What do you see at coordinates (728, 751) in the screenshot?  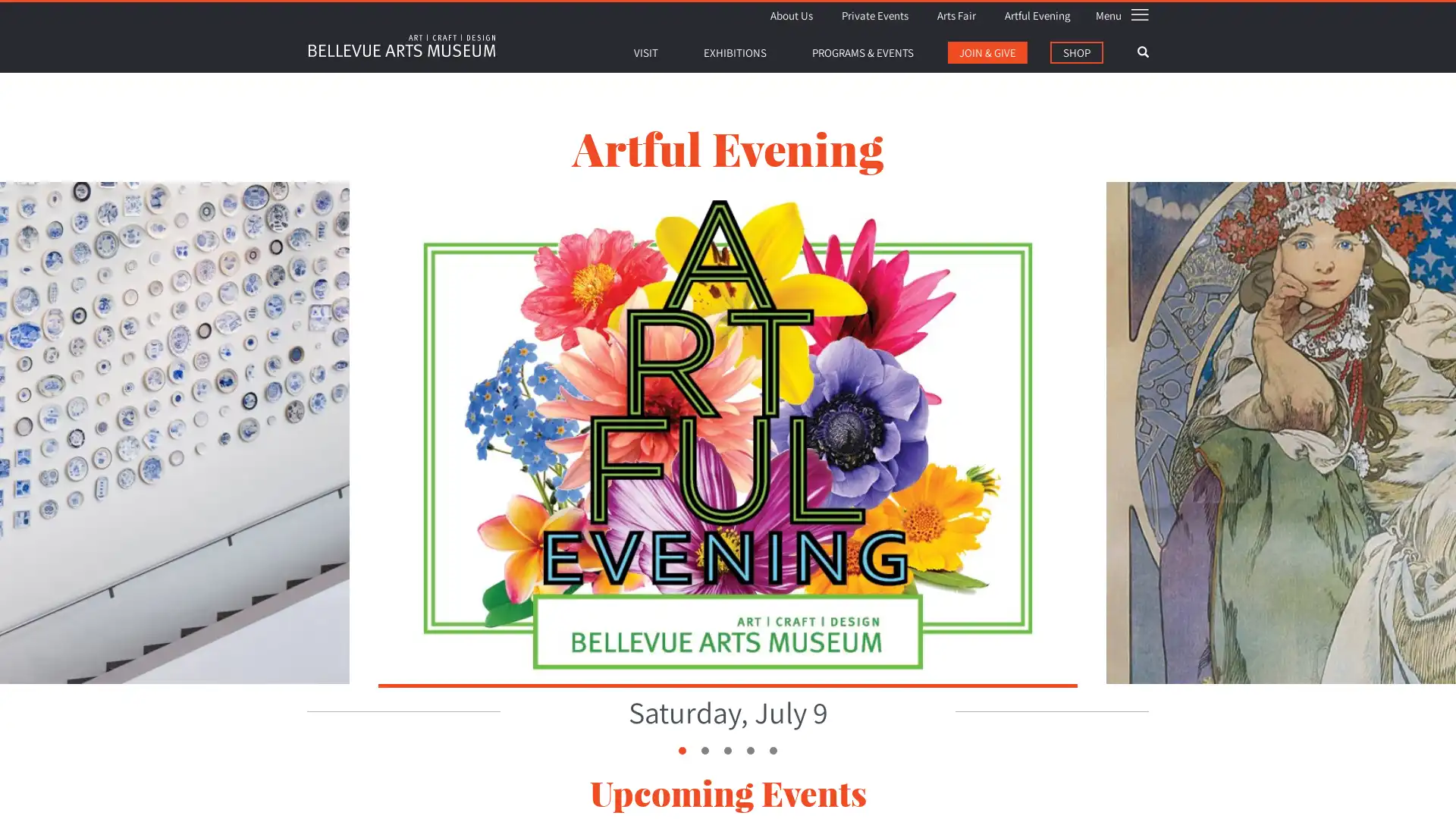 I see `3` at bounding box center [728, 751].